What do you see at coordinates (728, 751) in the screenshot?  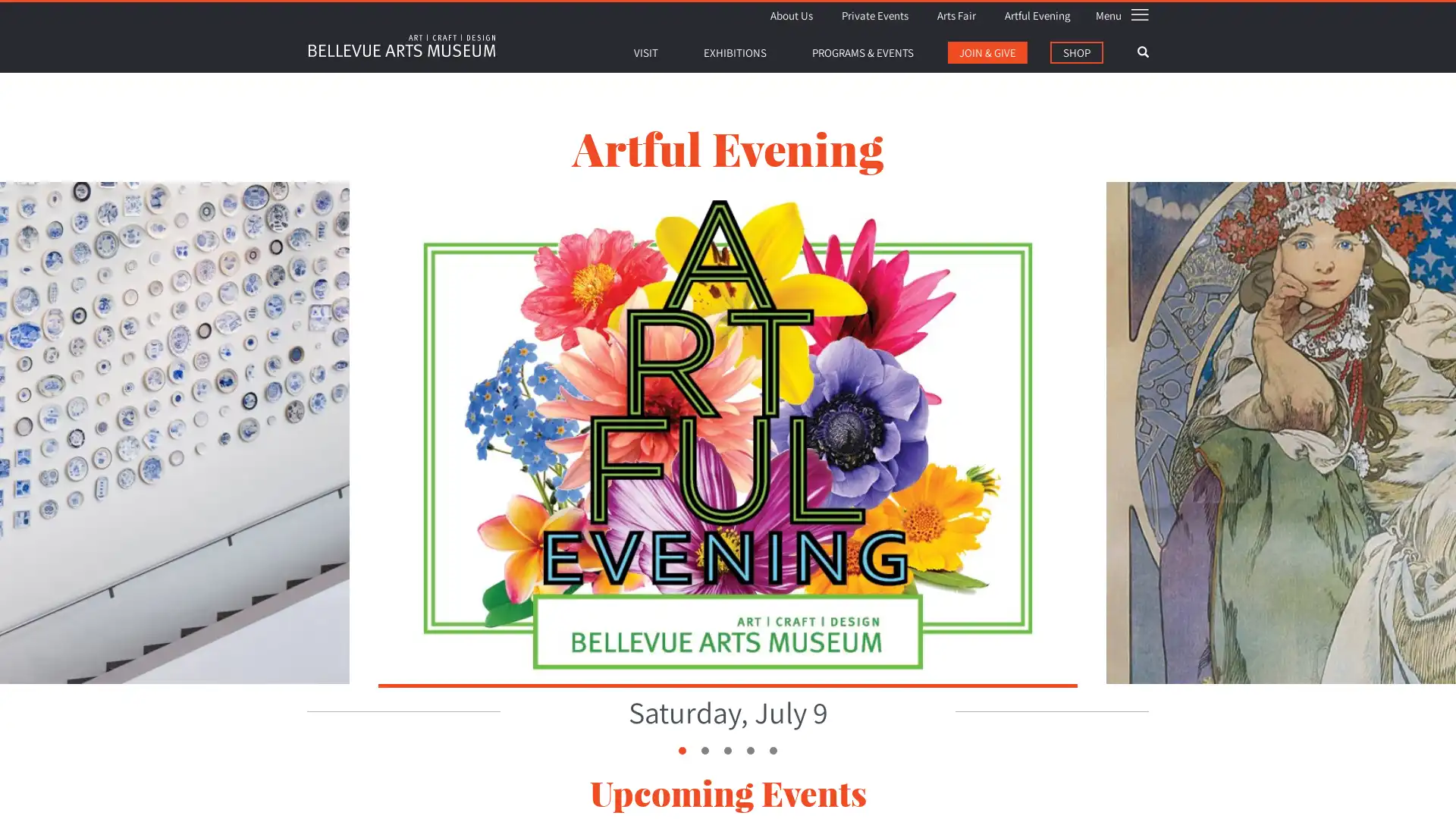 I see `3` at bounding box center [728, 751].